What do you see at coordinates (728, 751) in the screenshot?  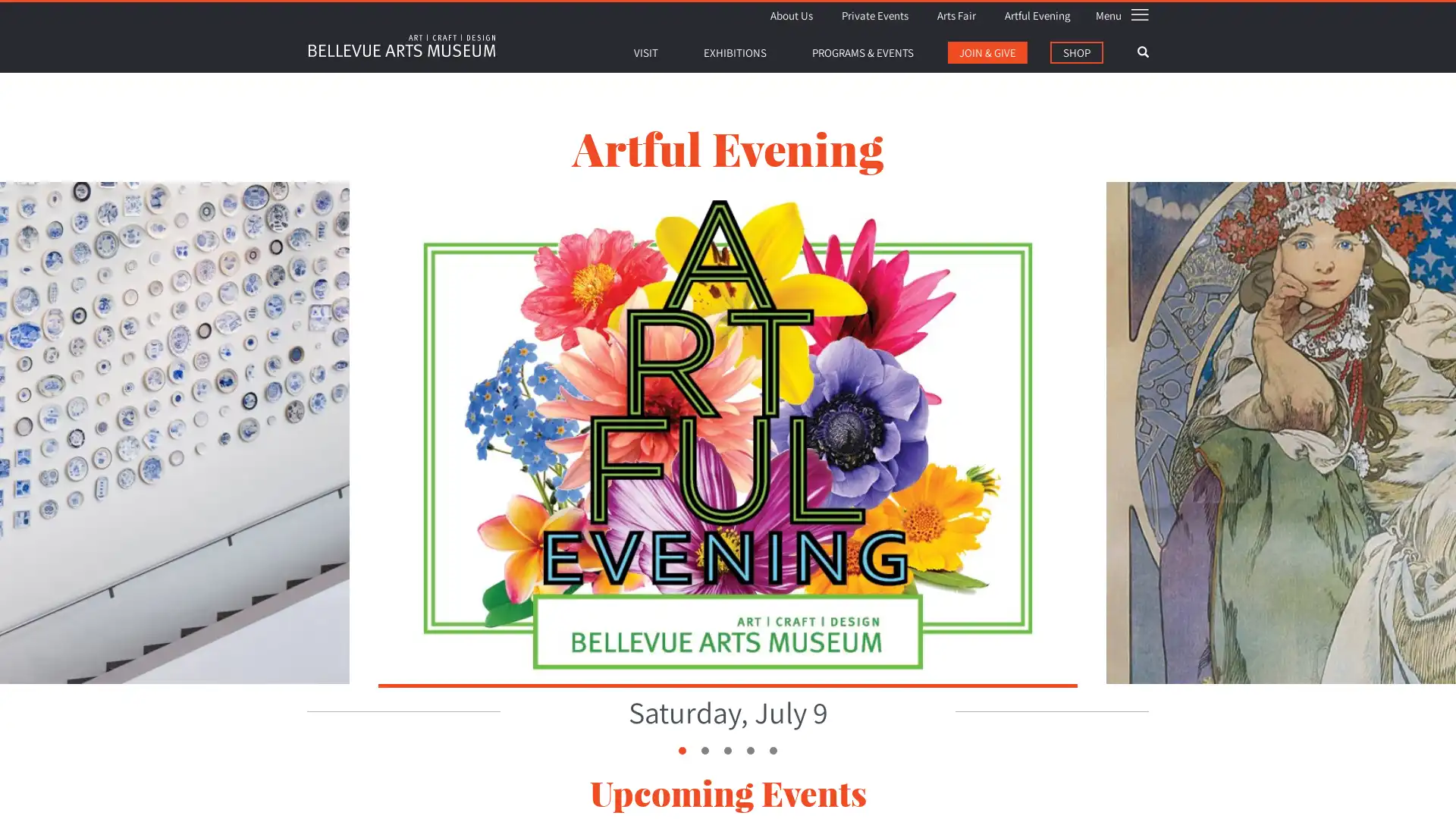 I see `3` at bounding box center [728, 751].